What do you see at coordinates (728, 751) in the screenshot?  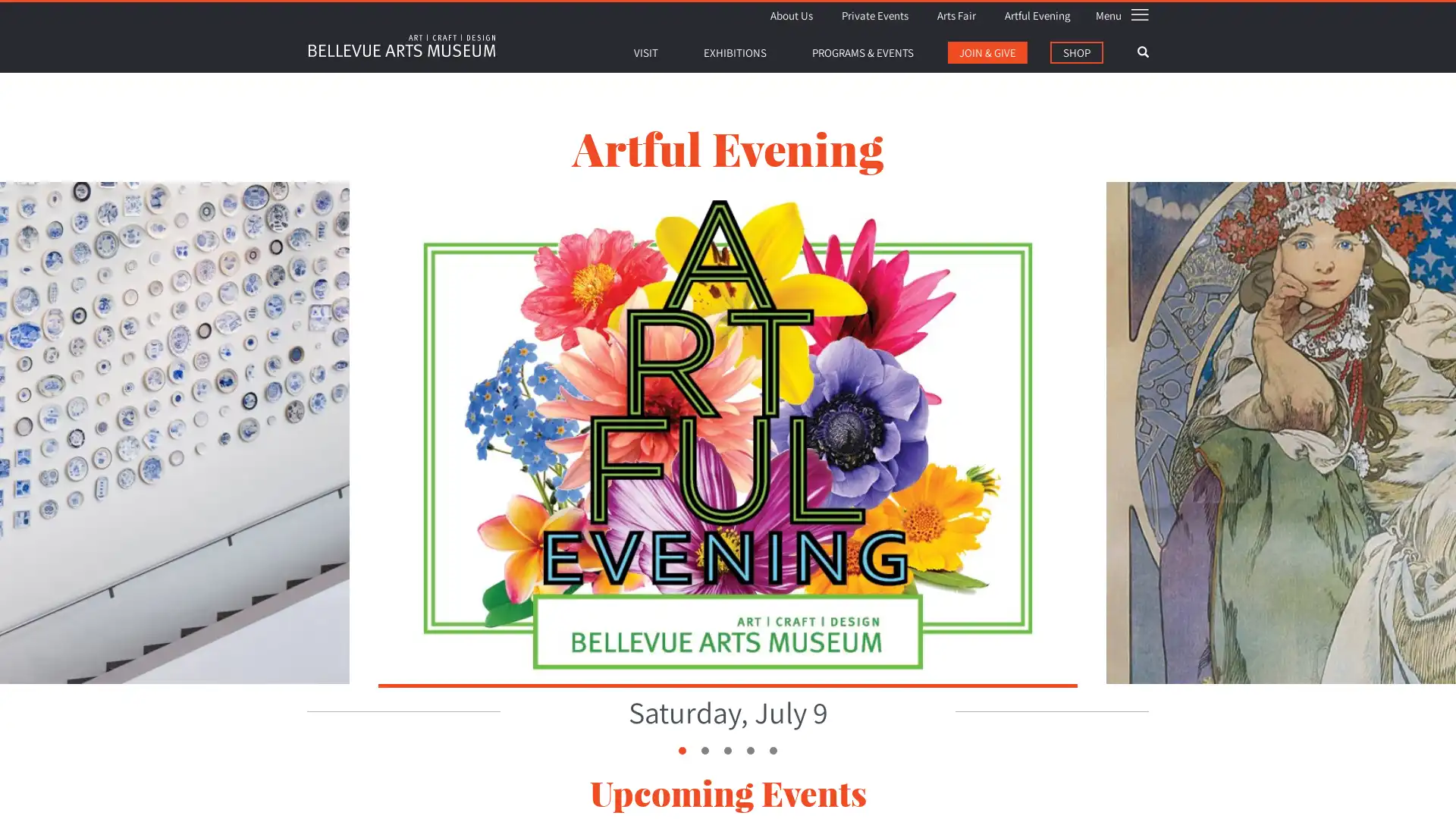 I see `3` at bounding box center [728, 751].